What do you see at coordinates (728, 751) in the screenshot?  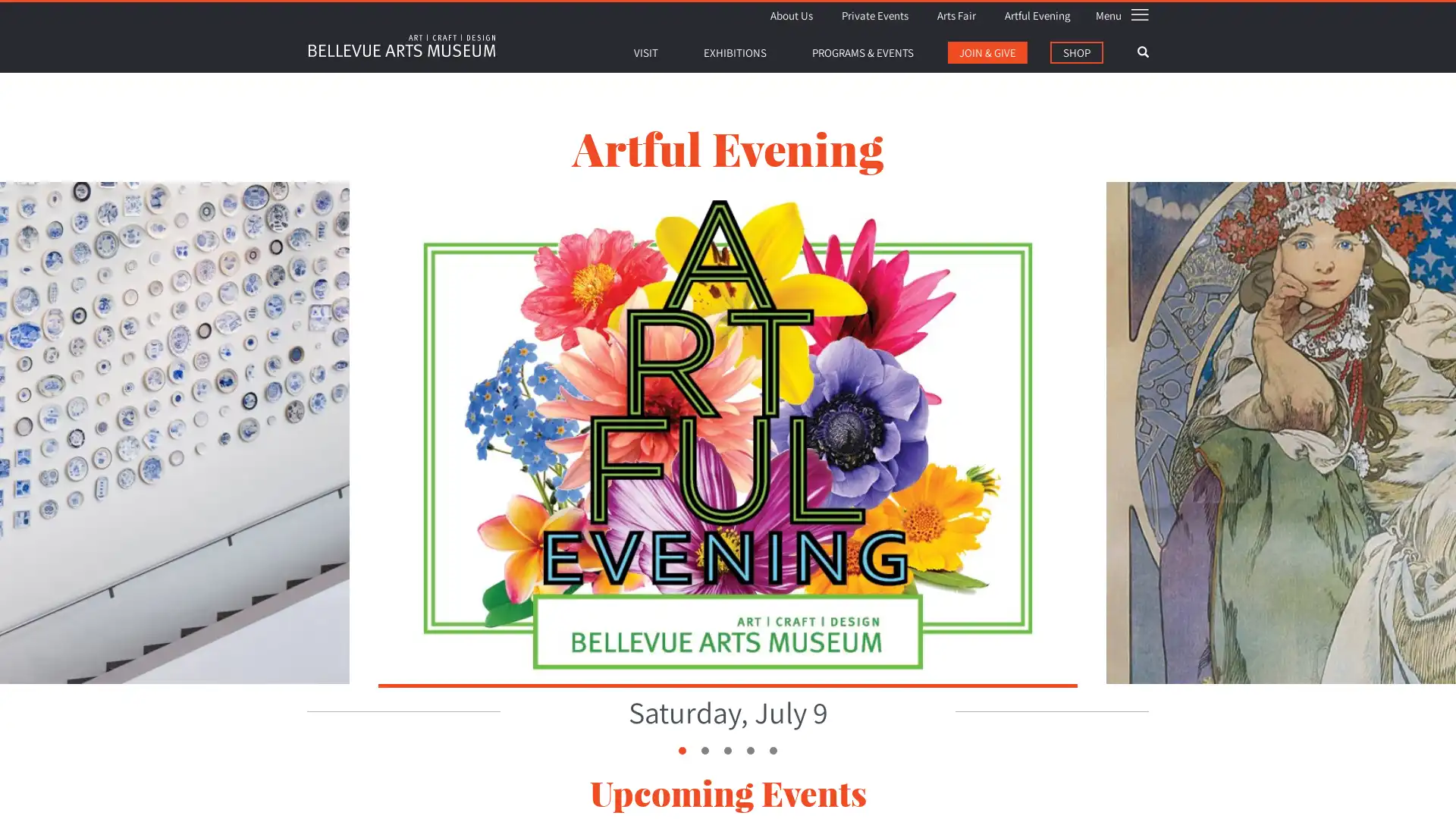 I see `3` at bounding box center [728, 751].